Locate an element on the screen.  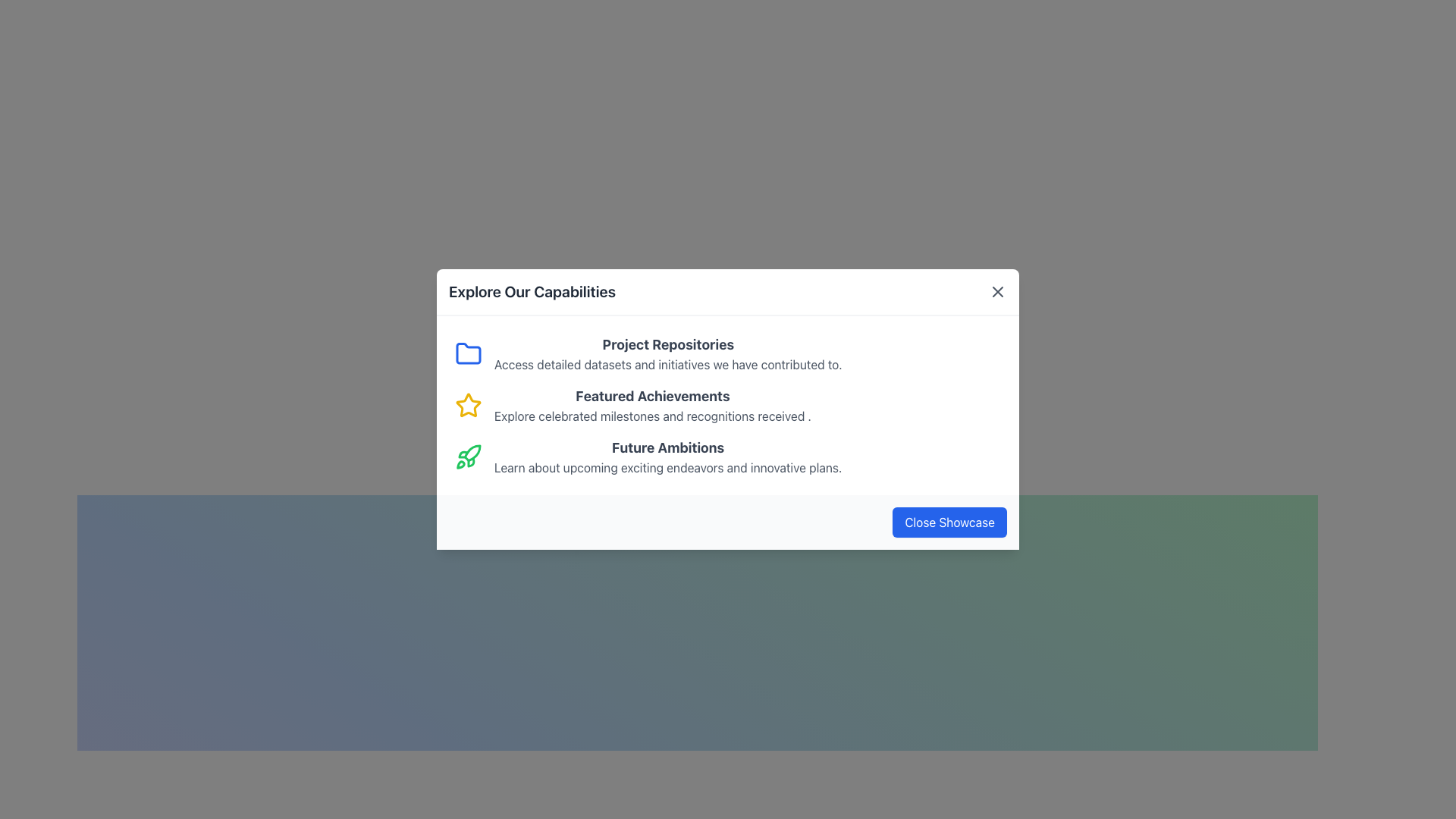
the Section Header with Description is located at coordinates (728, 456).